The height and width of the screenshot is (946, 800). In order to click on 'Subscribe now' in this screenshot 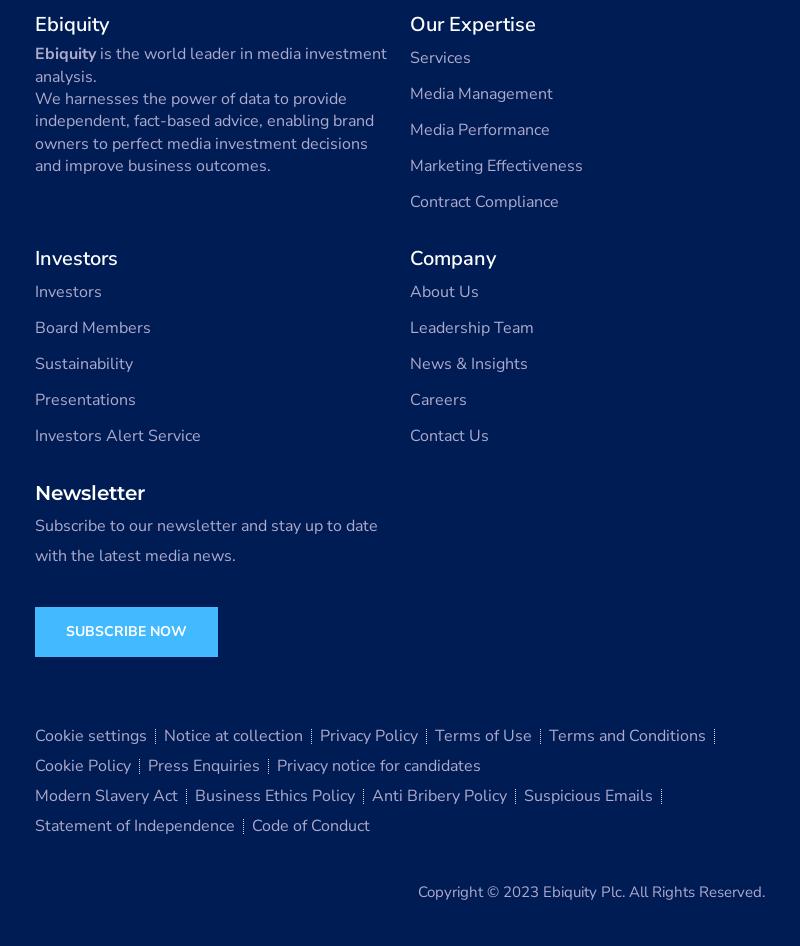, I will do `click(125, 631)`.